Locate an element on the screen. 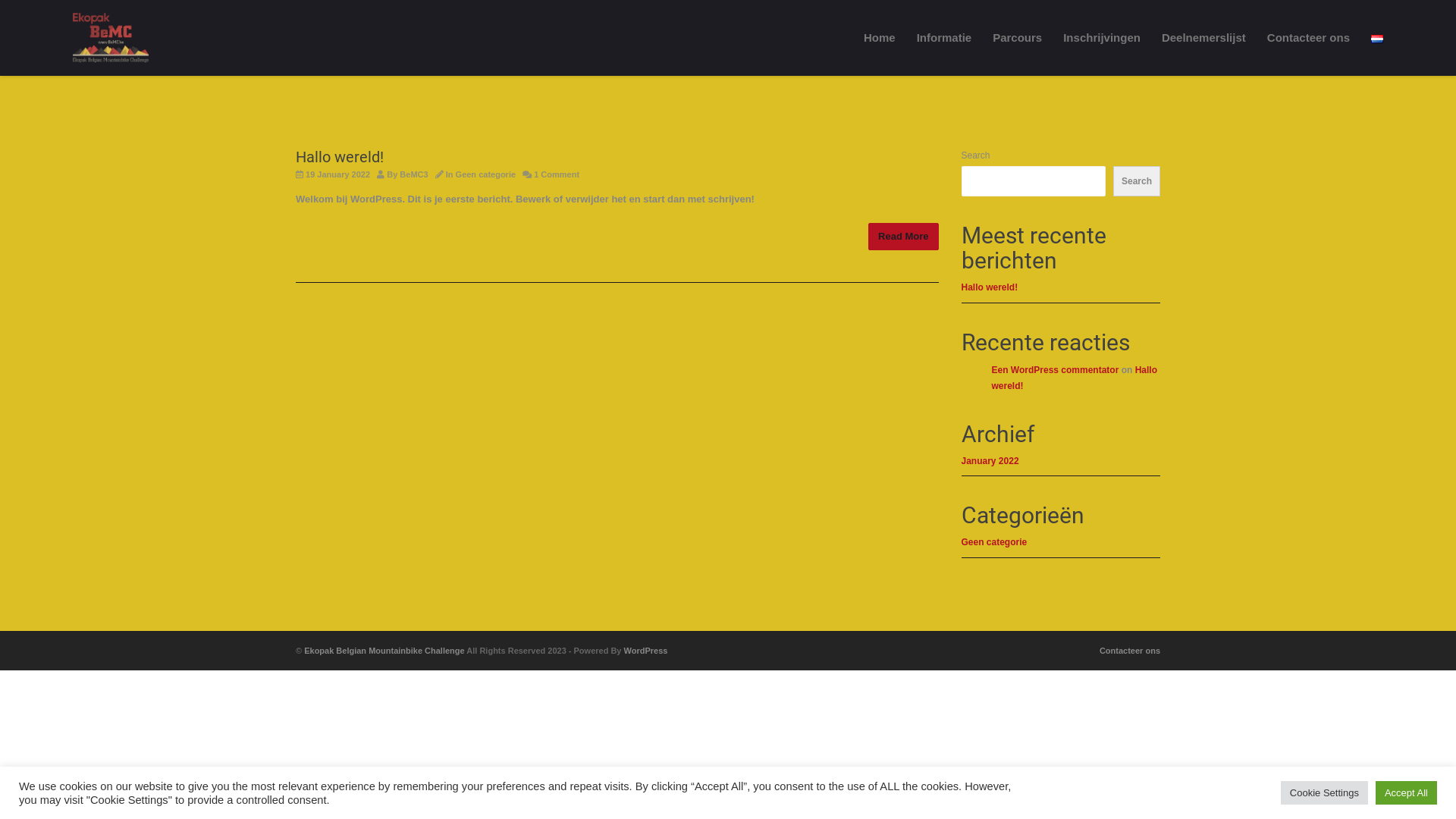 Image resolution: width=1456 pixels, height=819 pixels. 'Accept All' is located at coordinates (1405, 792).